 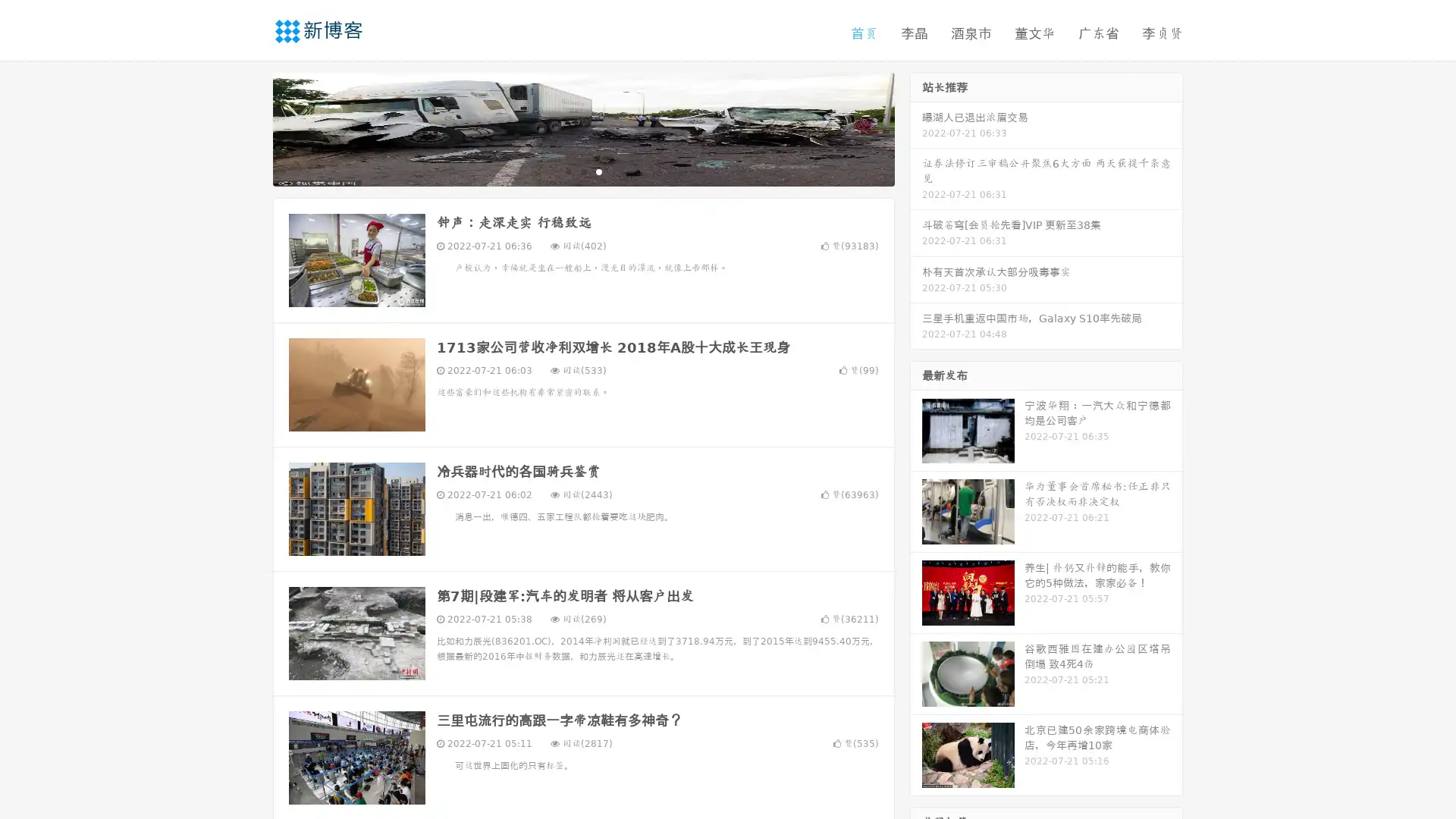 I want to click on Next slide, so click(x=916, y=127).